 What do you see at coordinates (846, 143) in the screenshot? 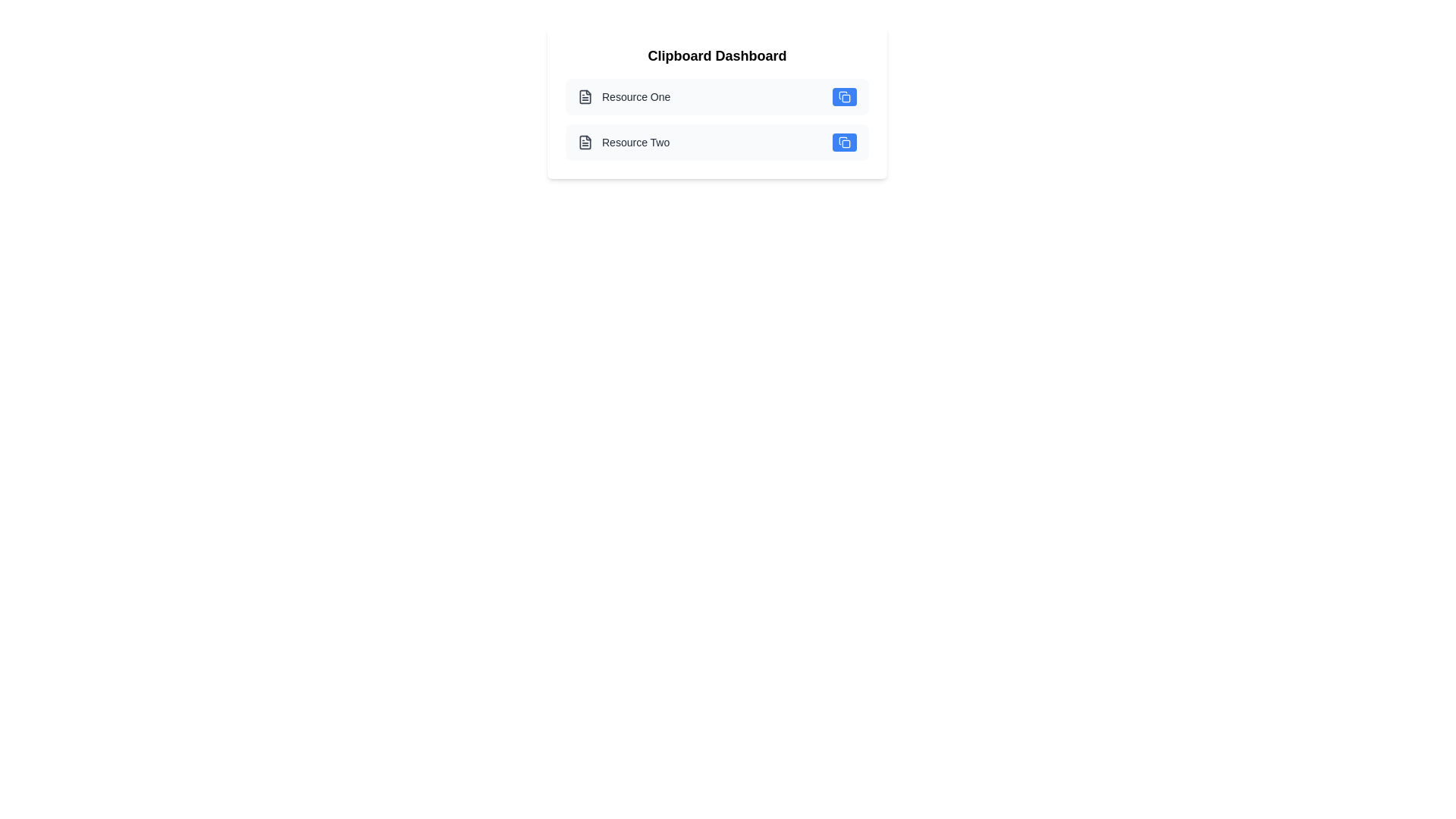
I see `the small rounded rectangle graphical icon component with a blue fill, located near the right side of the row labeled 'Resource Two', which represents clipboard functionality` at bounding box center [846, 143].